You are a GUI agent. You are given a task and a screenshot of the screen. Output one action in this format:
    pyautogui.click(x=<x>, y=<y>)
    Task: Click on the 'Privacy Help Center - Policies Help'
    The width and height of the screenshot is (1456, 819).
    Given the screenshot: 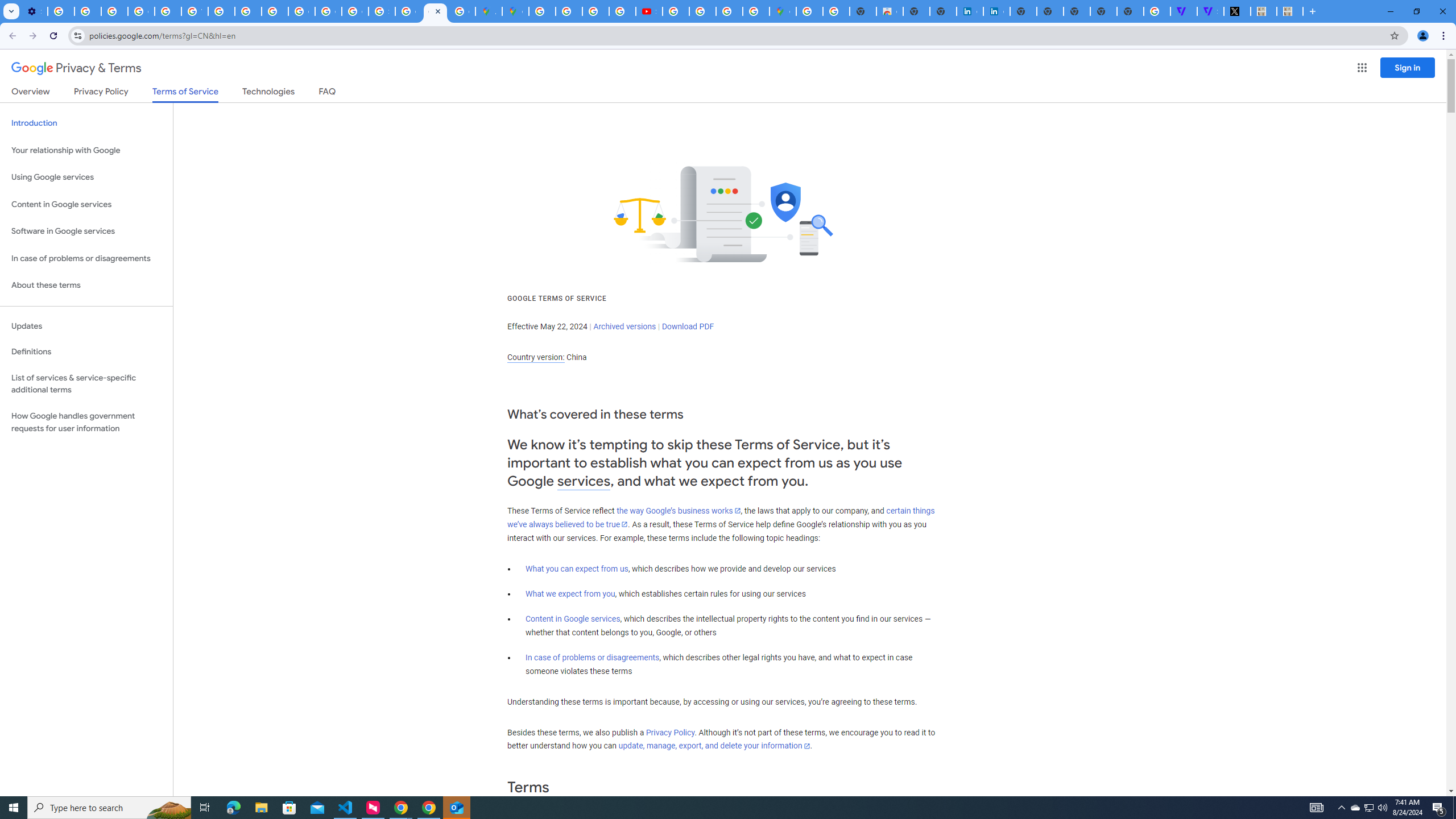 What is the action you would take?
    pyautogui.click(x=167, y=11)
    